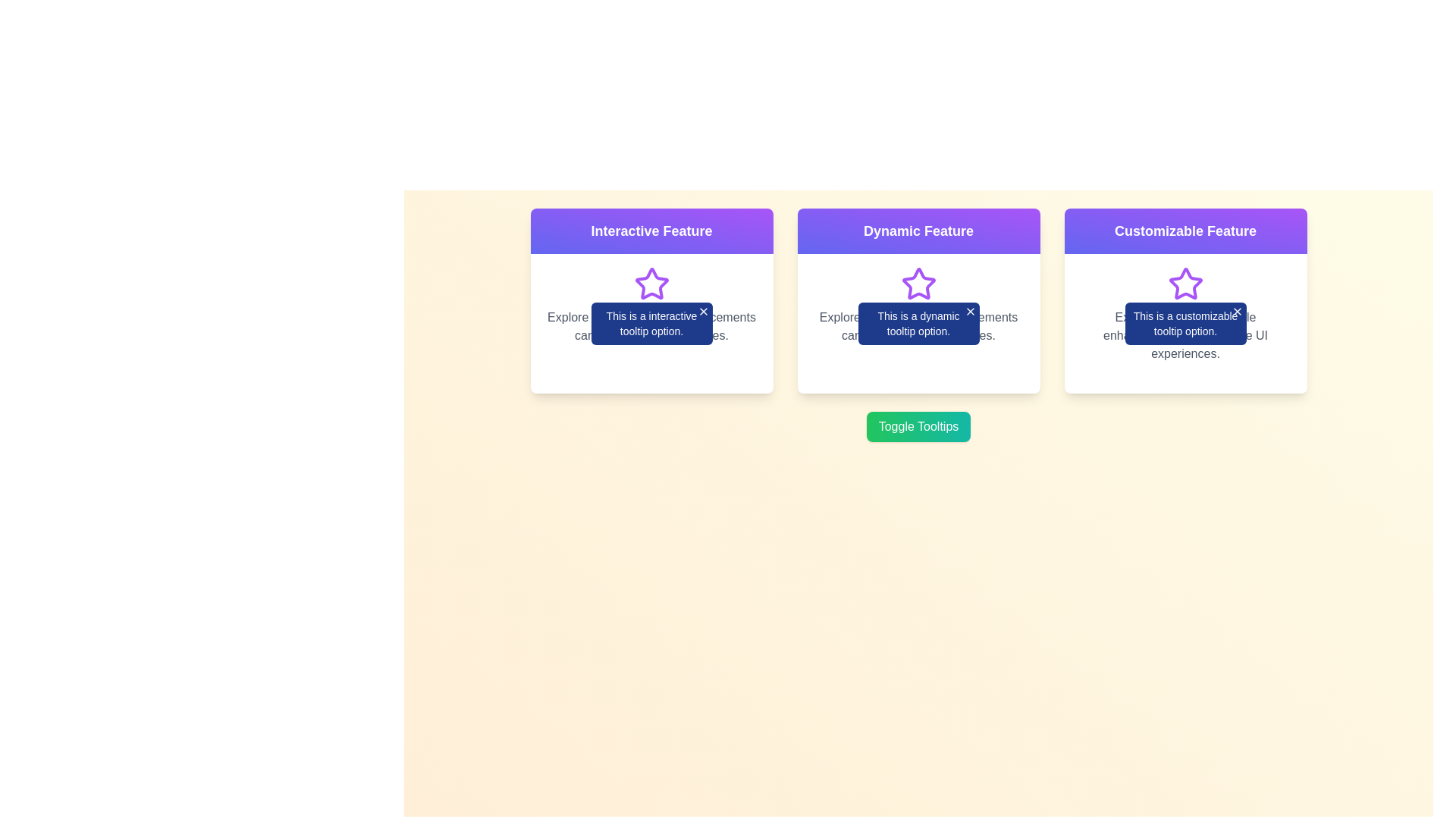  I want to click on the title text label of the third card, which is centrally aligned at the top portion of the card, indicating the main subject of its contents, so click(1185, 231).